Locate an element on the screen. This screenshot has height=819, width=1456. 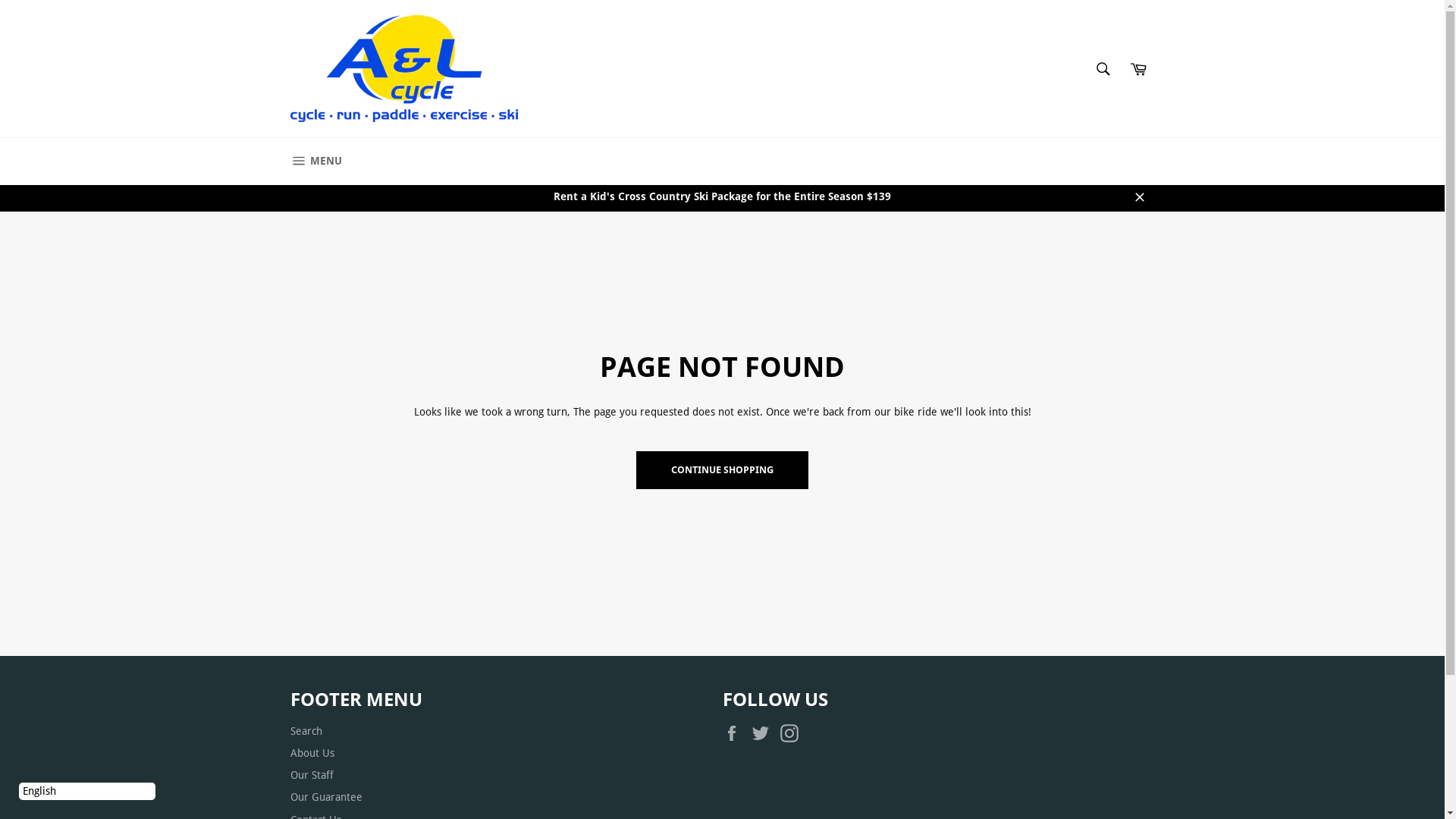
'MENU is located at coordinates (315, 161).